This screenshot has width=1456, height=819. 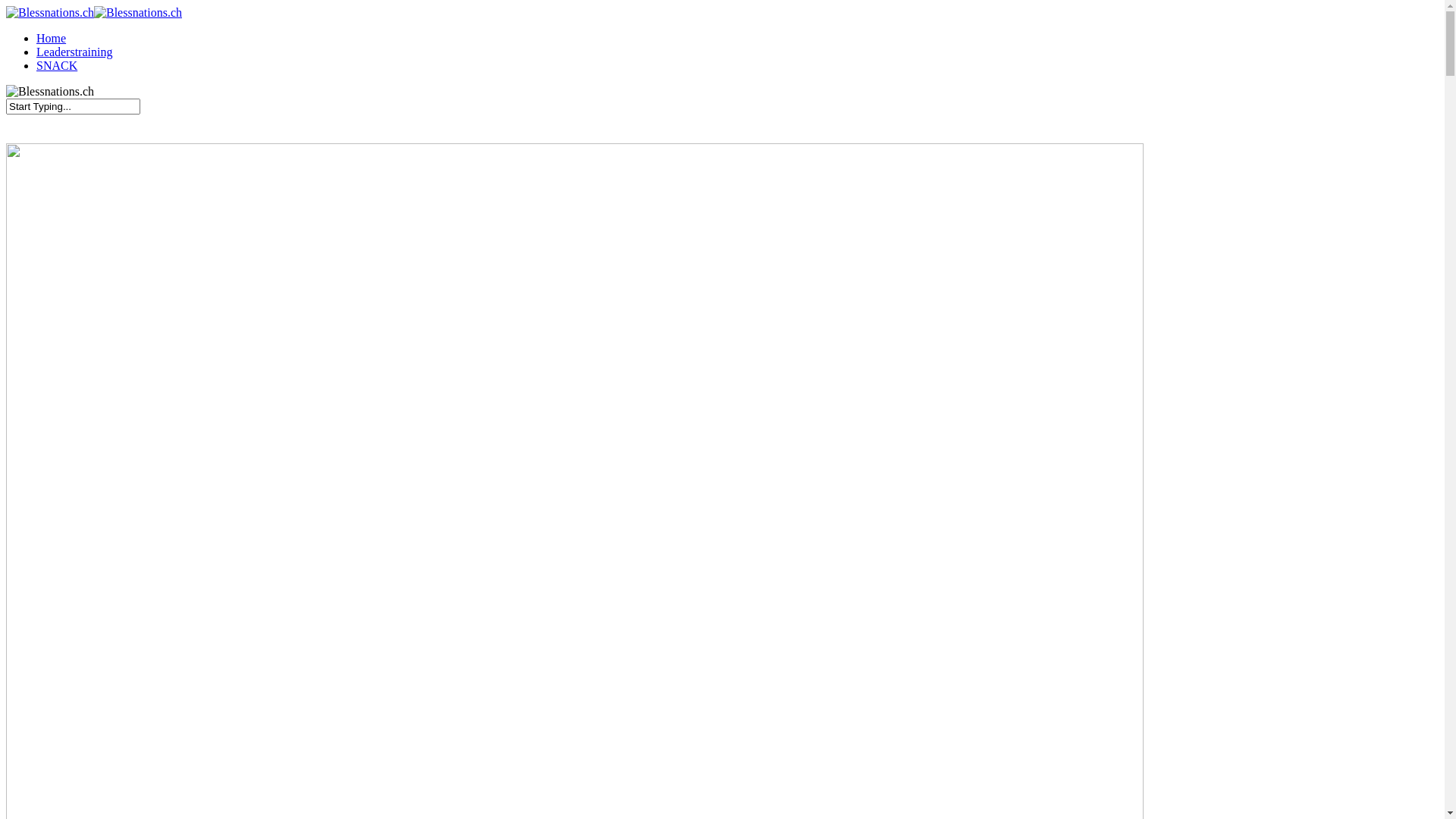 What do you see at coordinates (5, 5) in the screenshot?
I see `'Skip to main content'` at bounding box center [5, 5].